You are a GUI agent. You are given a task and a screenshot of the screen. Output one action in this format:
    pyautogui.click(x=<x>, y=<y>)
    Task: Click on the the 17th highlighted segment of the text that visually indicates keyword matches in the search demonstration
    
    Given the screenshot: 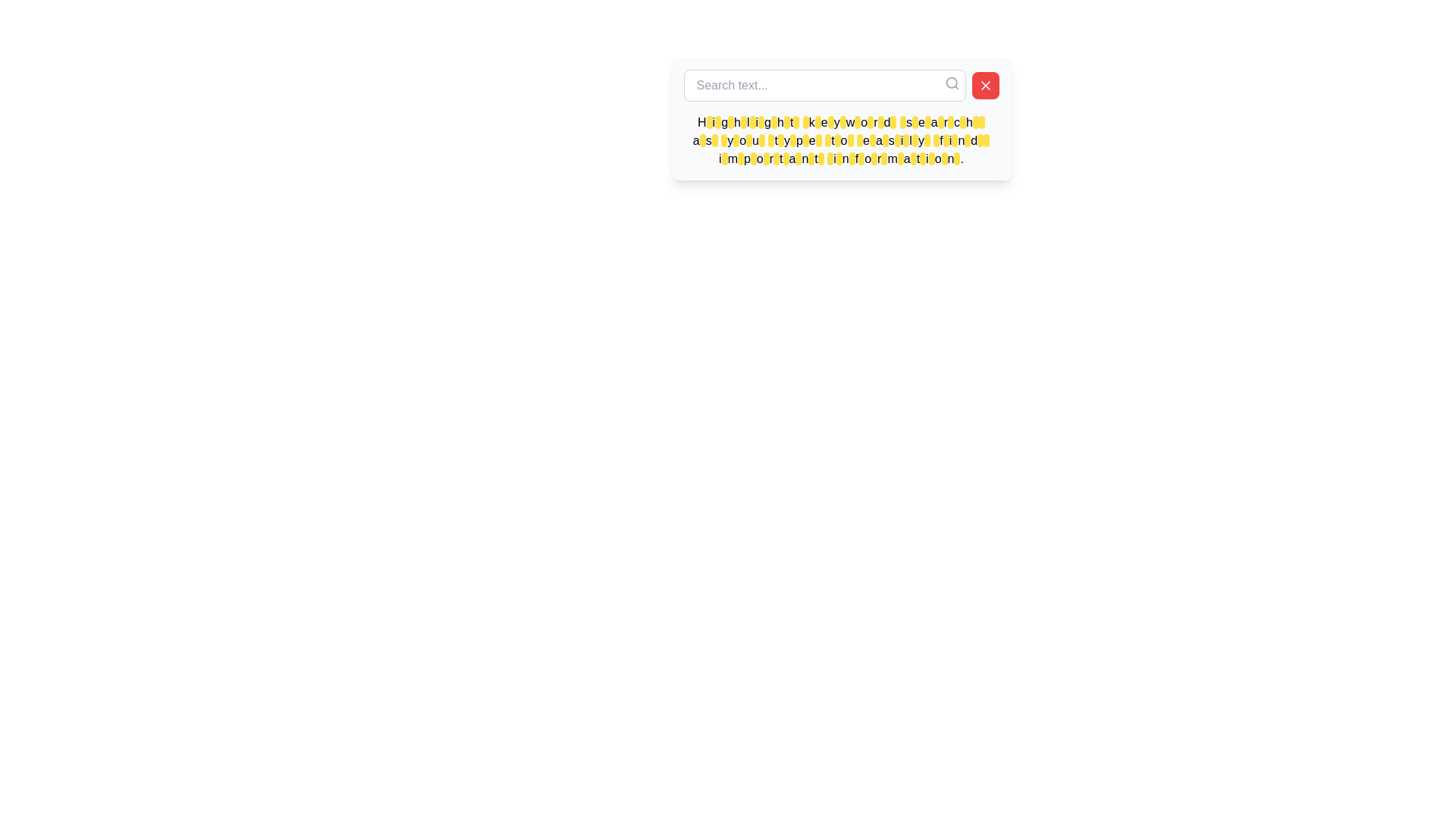 What is the action you would take?
    pyautogui.click(x=900, y=158)
    